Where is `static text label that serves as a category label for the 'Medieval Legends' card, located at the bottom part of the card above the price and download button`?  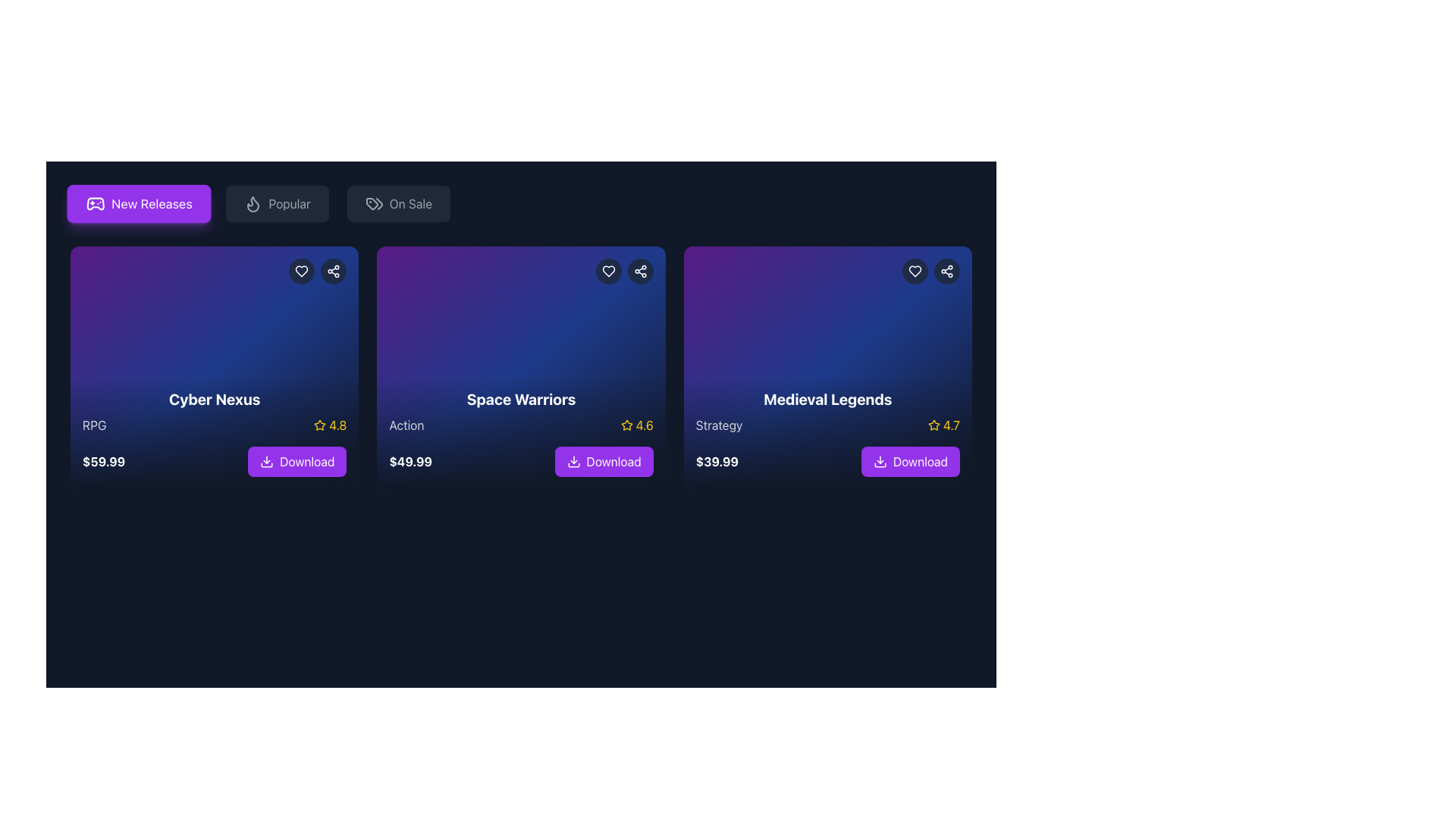 static text label that serves as a category label for the 'Medieval Legends' card, located at the bottom part of the card above the price and download button is located at coordinates (718, 425).